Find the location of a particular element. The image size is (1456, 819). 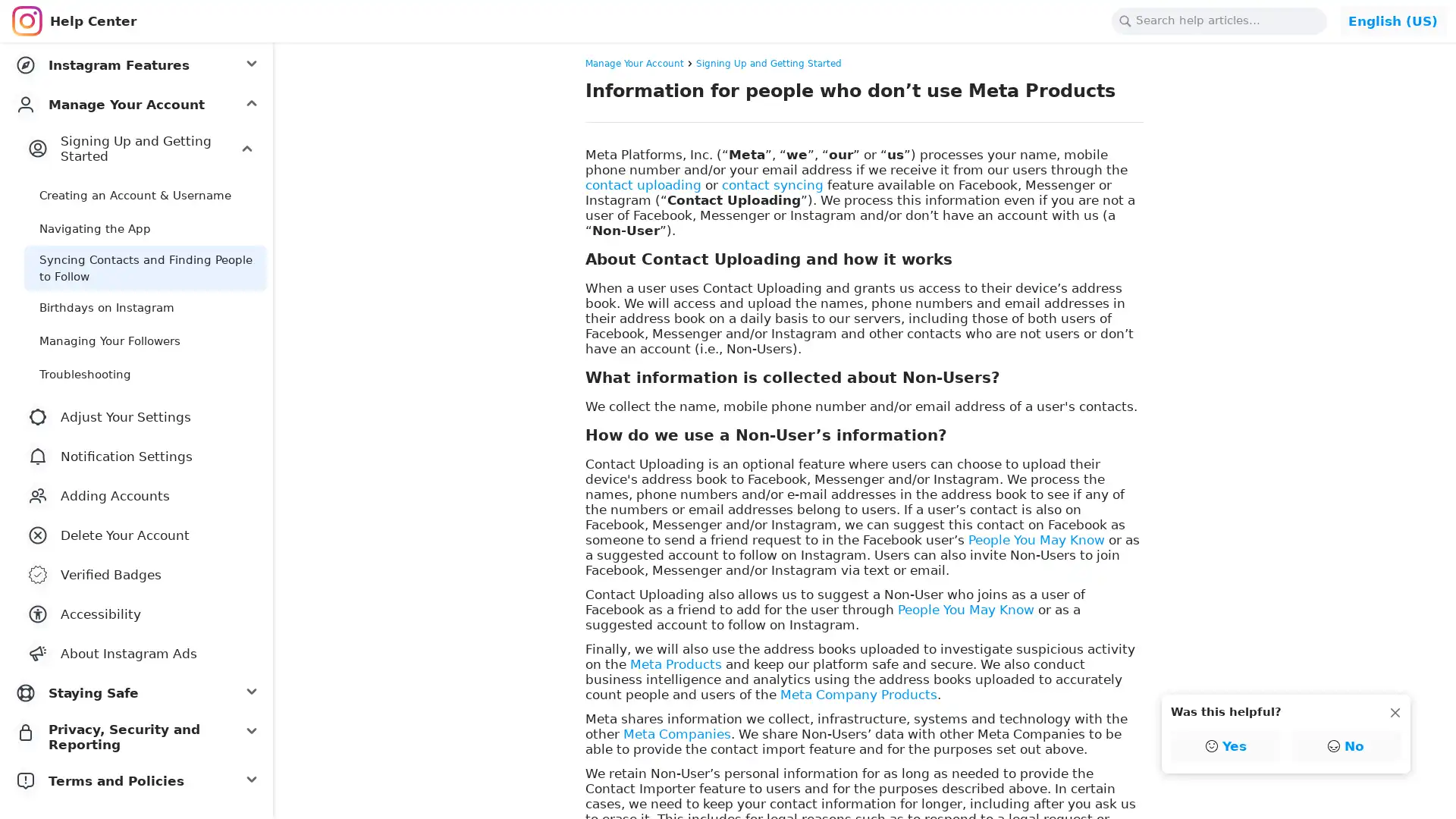

Copy link is located at coordinates (632, 122).